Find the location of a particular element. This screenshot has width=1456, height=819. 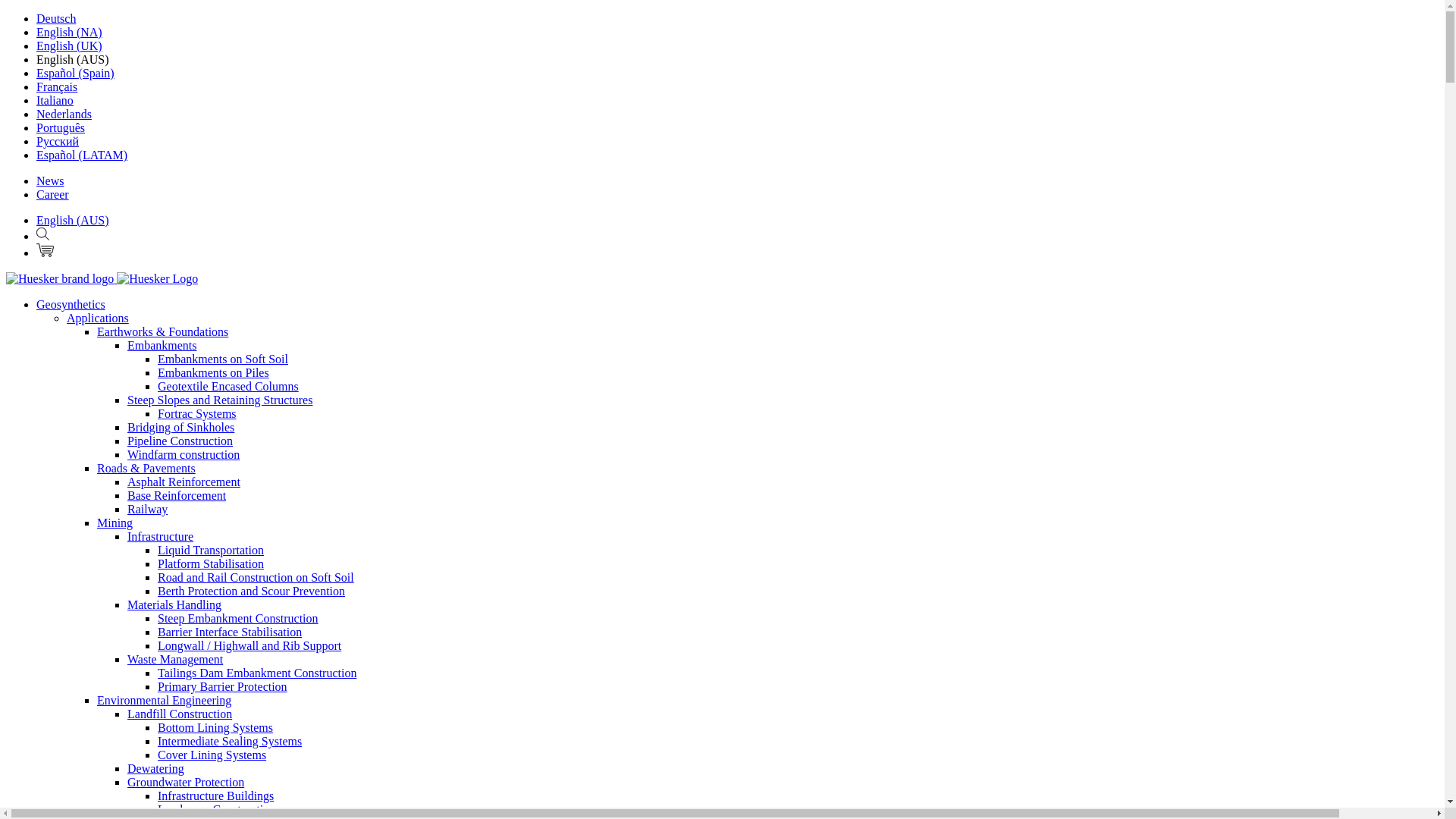

'Intermediate Sealing Systems' is located at coordinates (228, 740).